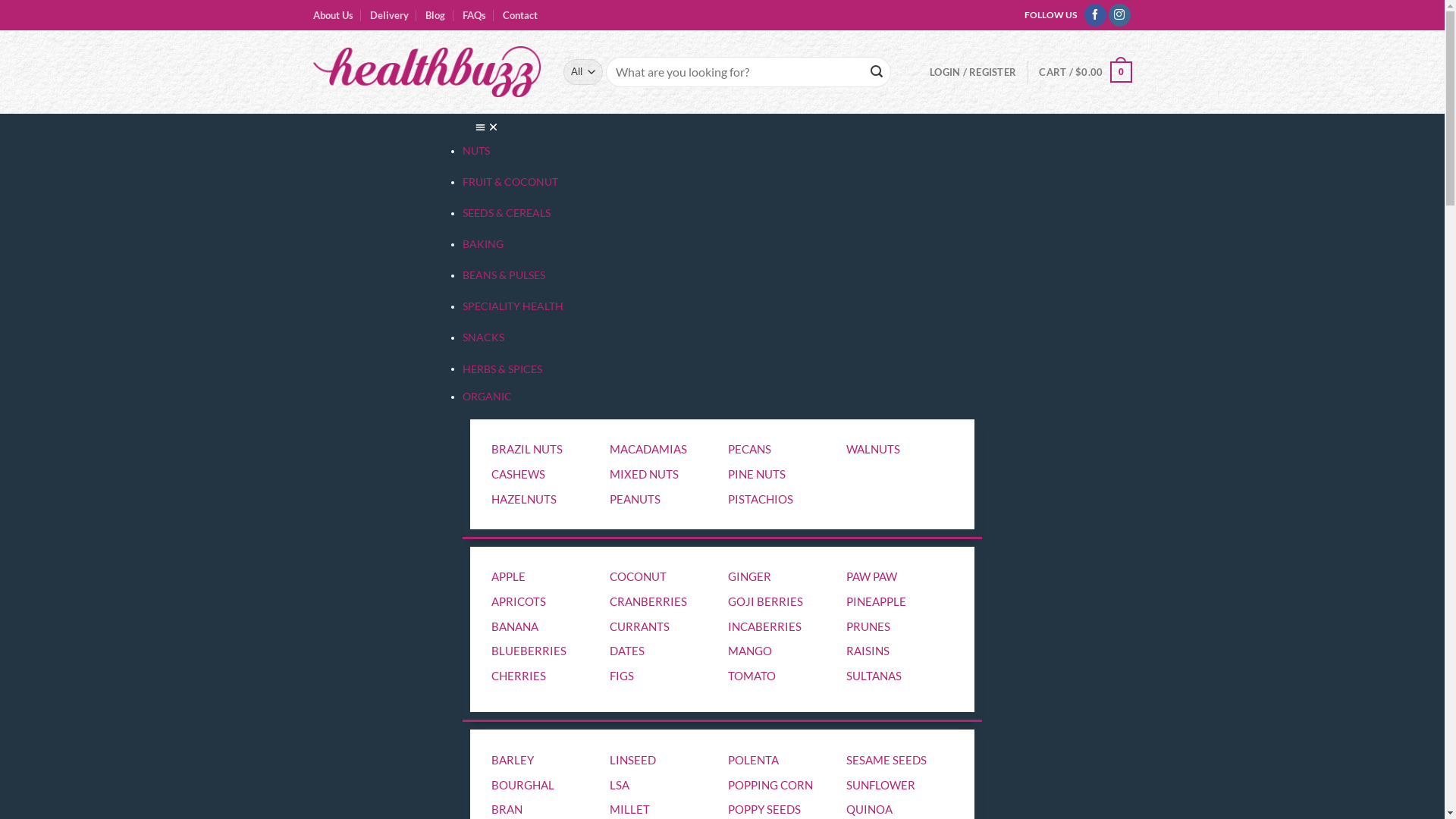 This screenshot has width=1456, height=819. Describe the element at coordinates (972, 72) in the screenshot. I see `'LOGIN / REGISTER'` at that location.